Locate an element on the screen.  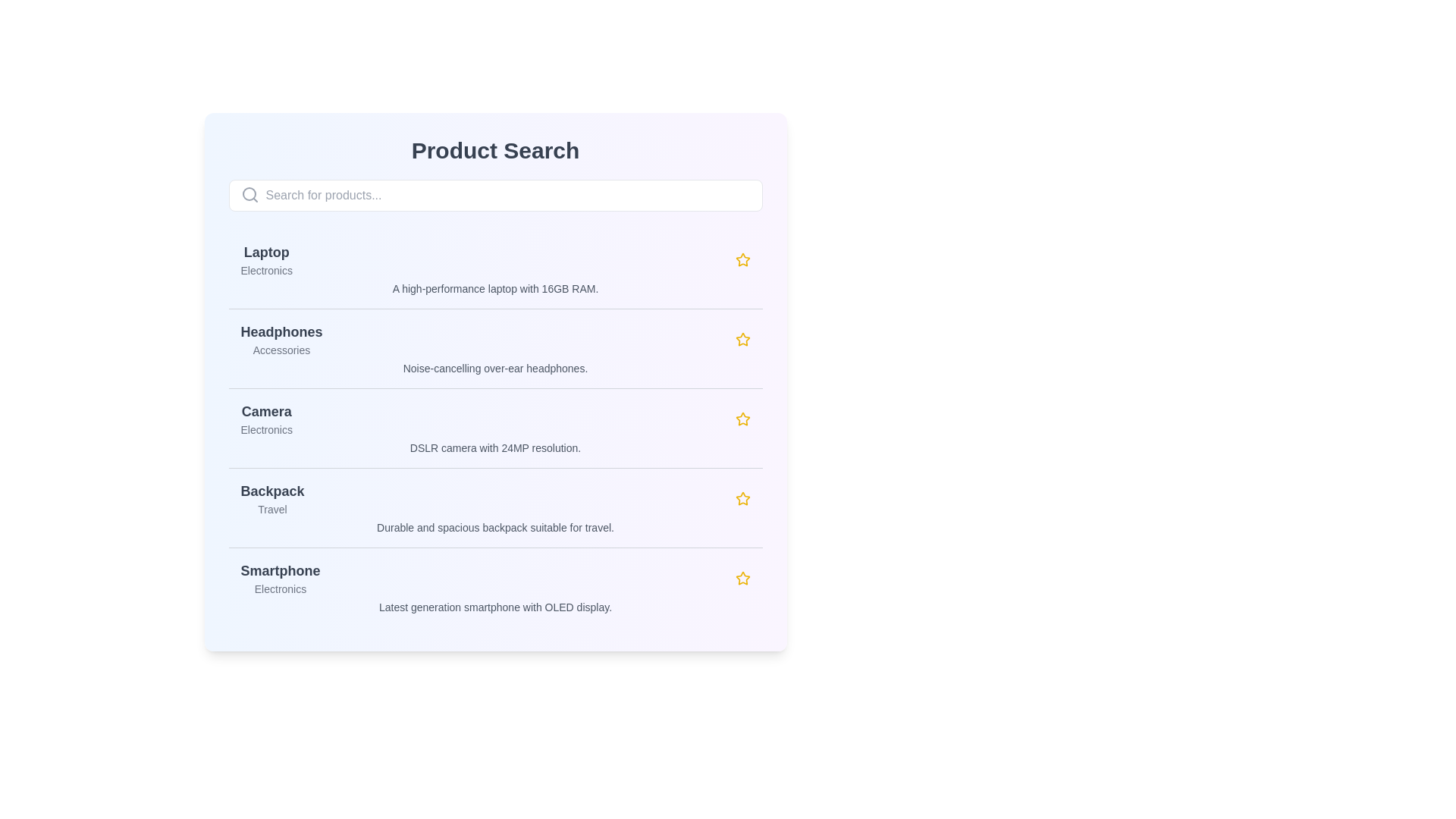
the yellow star icon, which is a rating marker positioned to the far right of the 'Laptop' item description in the product list is located at coordinates (742, 259).